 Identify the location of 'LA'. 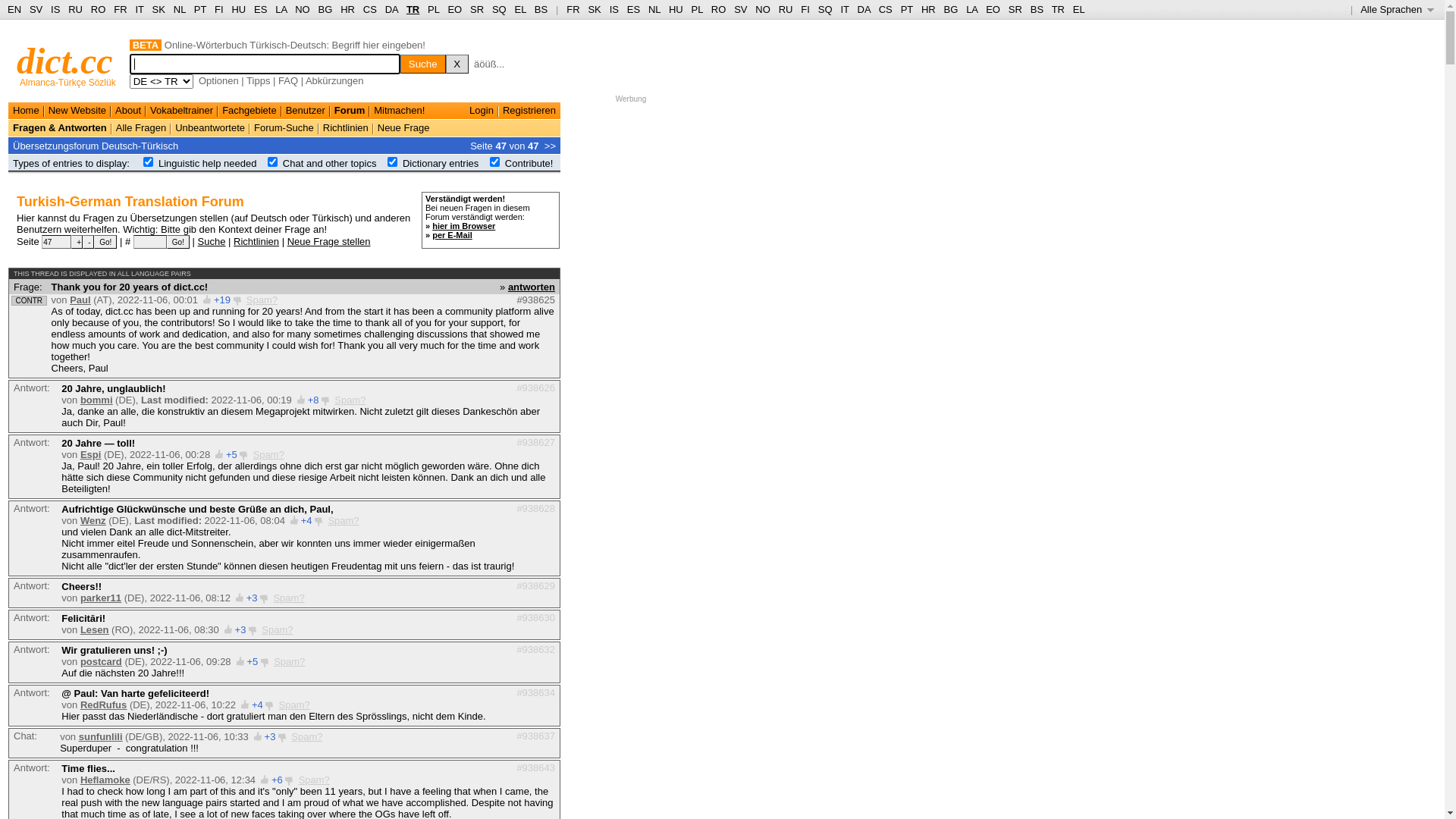
(971, 9).